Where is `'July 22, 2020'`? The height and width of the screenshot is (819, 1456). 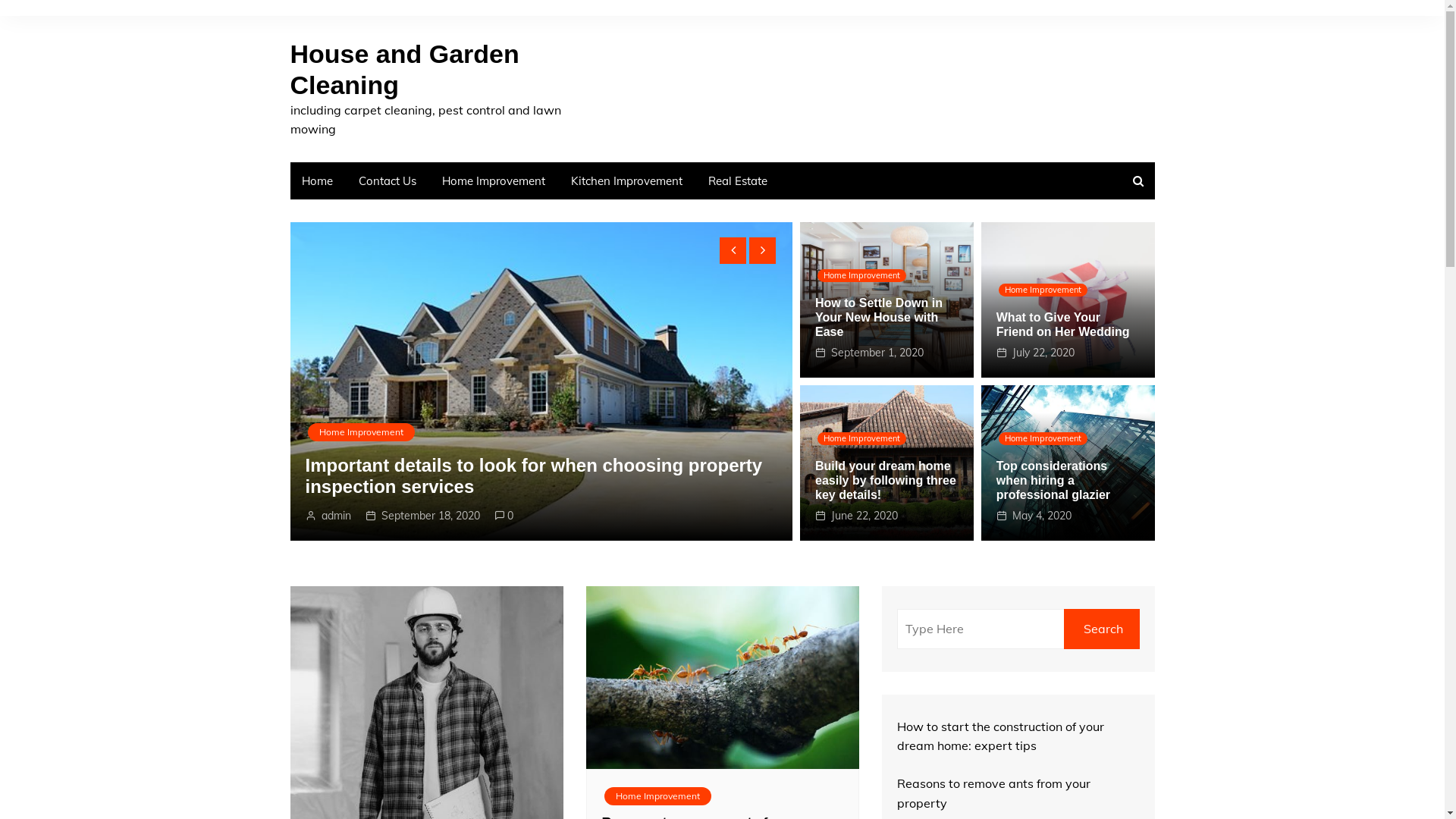
'July 22, 2020' is located at coordinates (1012, 353).